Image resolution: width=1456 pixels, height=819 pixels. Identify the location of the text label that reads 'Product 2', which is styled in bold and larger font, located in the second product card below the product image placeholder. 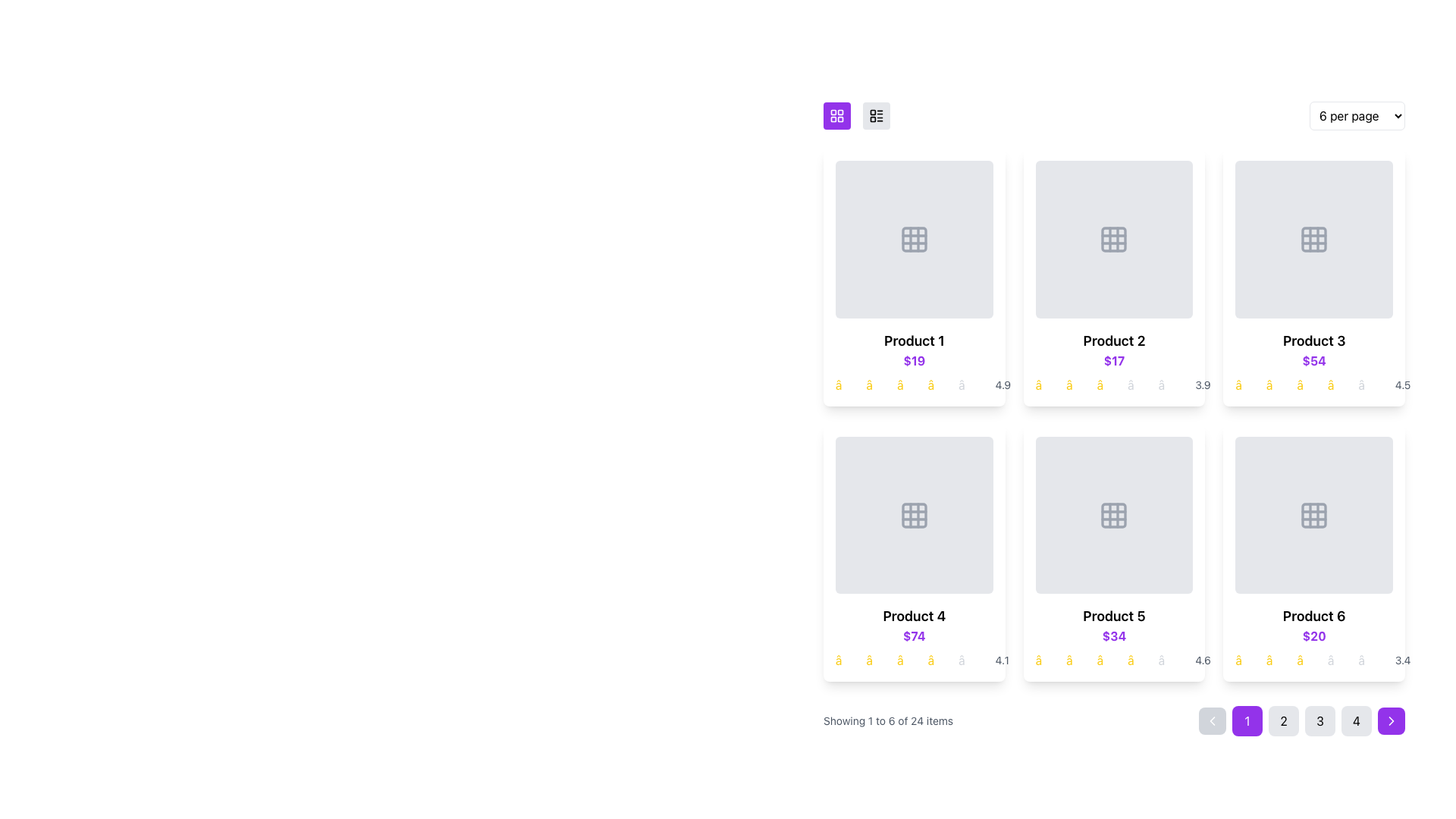
(1114, 340).